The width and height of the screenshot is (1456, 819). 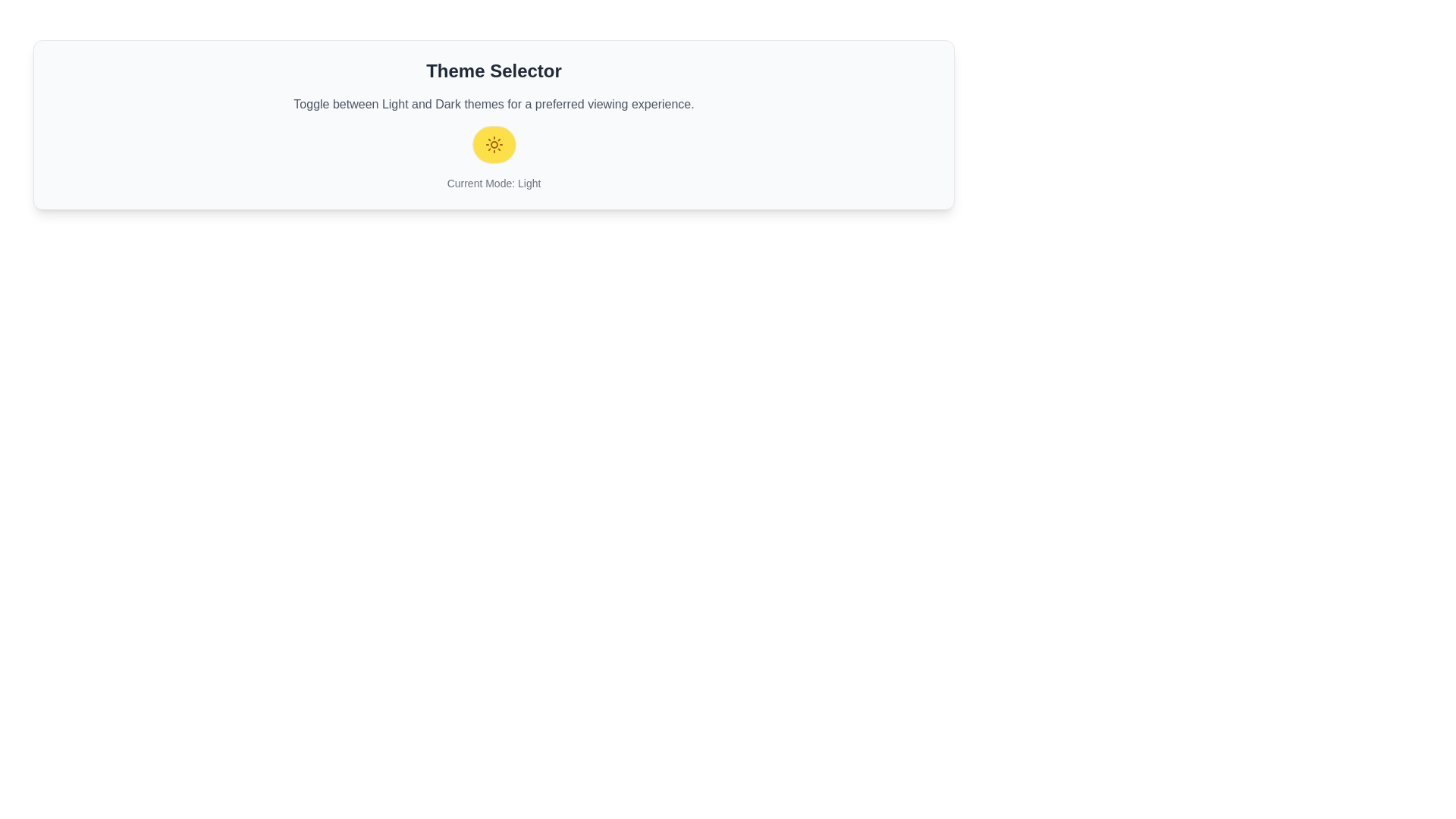 What do you see at coordinates (494, 145) in the screenshot?
I see `the light theme toggle button located centrally below the text 'Toggle between Light and Dark themes for a preferred viewing experience.'` at bounding box center [494, 145].